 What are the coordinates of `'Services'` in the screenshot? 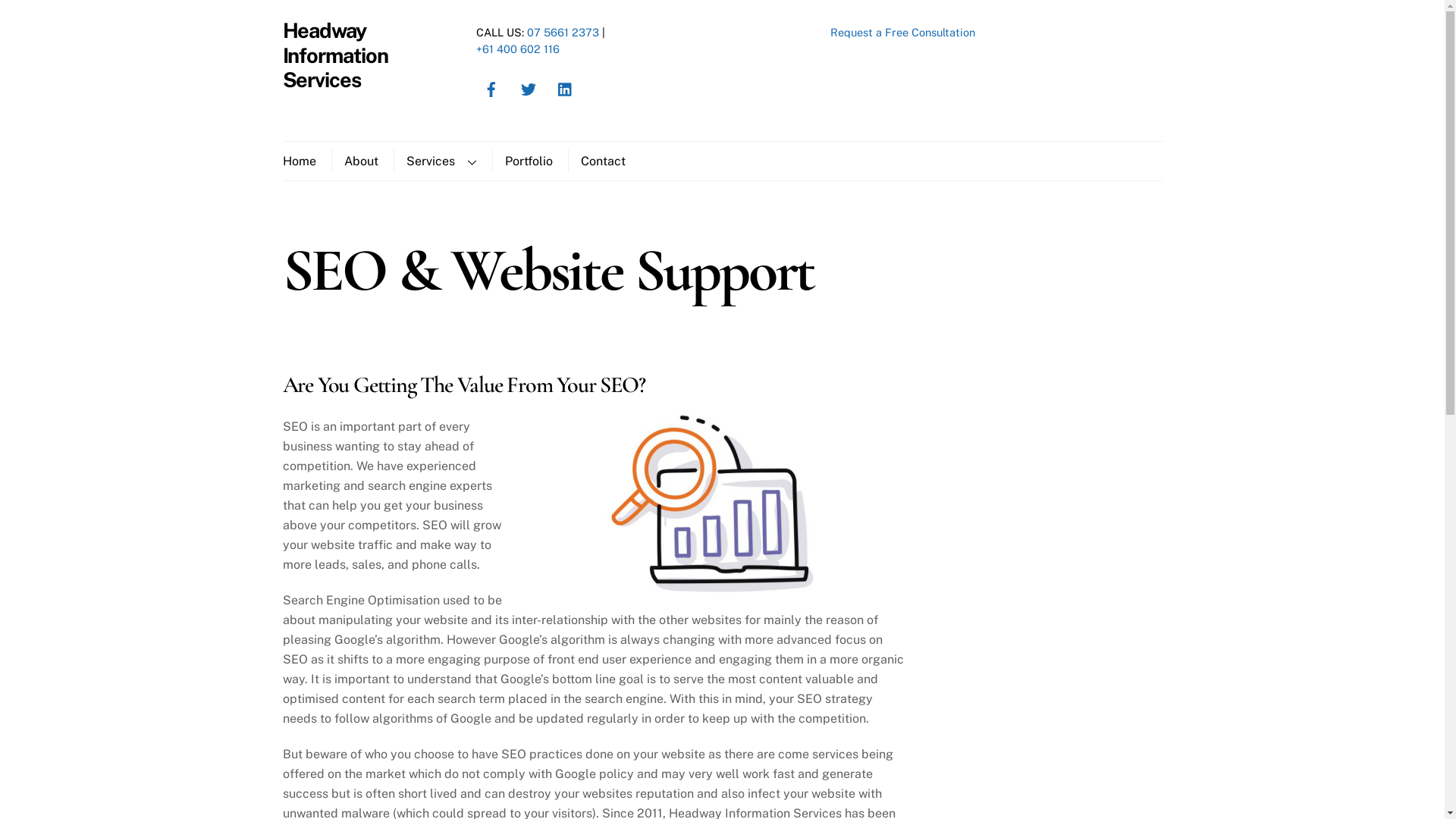 It's located at (439, 161).